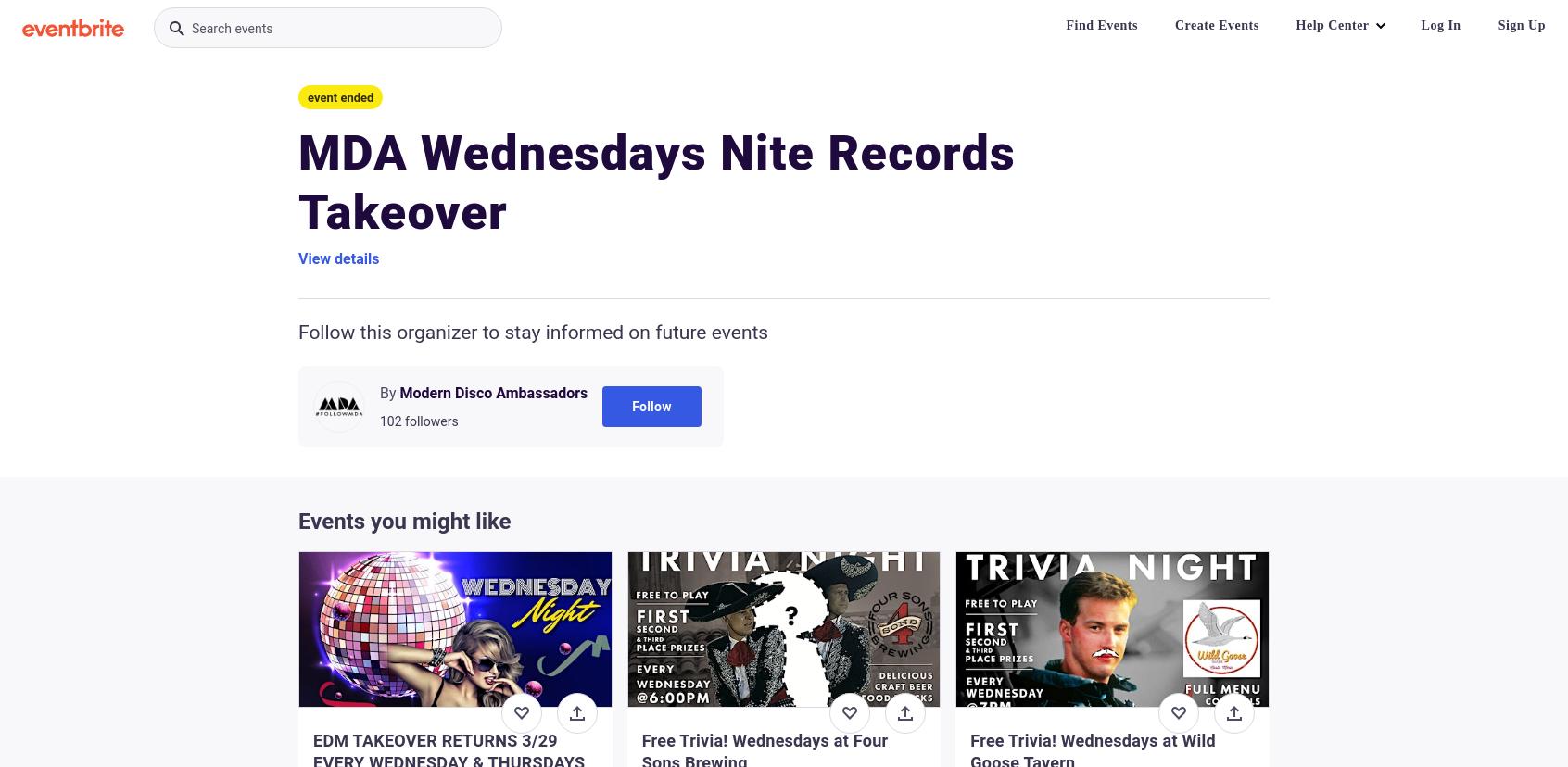 This screenshot has width=1568, height=767. Describe the element at coordinates (430, 420) in the screenshot. I see `'followers'` at that location.